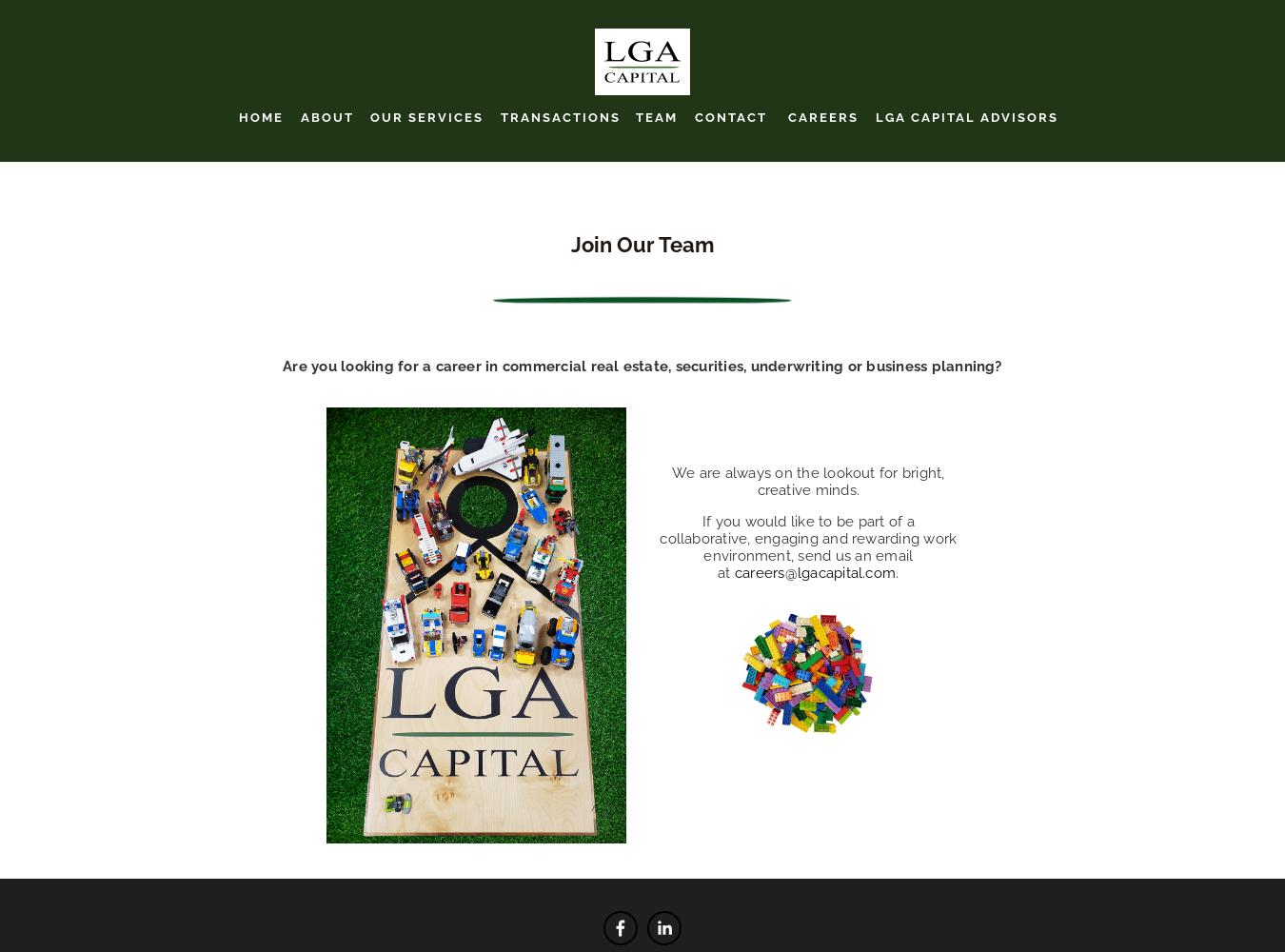 The width and height of the screenshot is (1285, 952). Describe the element at coordinates (896, 571) in the screenshot. I see `'.'` at that location.